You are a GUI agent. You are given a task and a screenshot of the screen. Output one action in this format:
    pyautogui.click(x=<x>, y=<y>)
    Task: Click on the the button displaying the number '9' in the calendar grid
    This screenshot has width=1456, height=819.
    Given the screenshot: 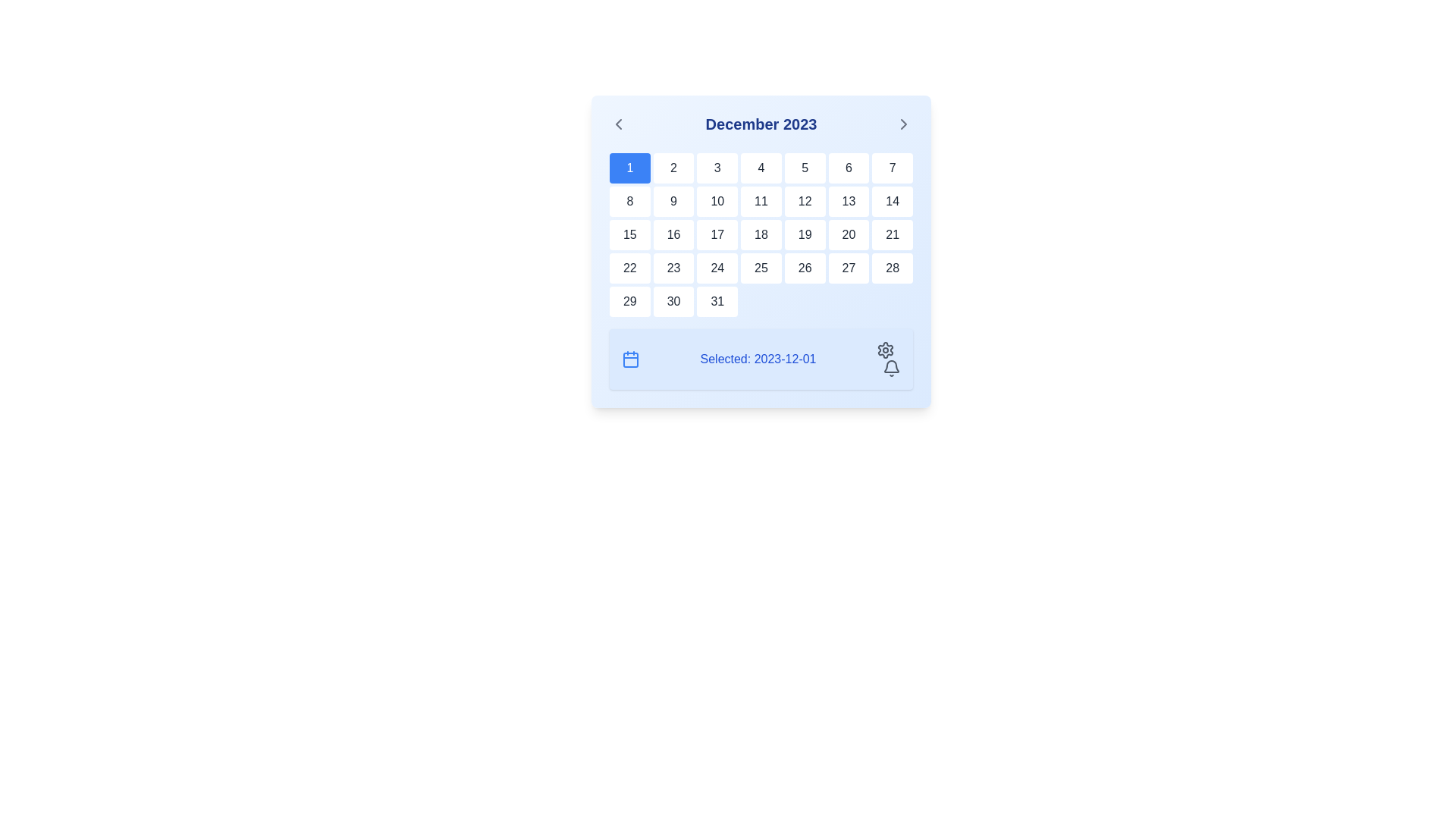 What is the action you would take?
    pyautogui.click(x=673, y=201)
    